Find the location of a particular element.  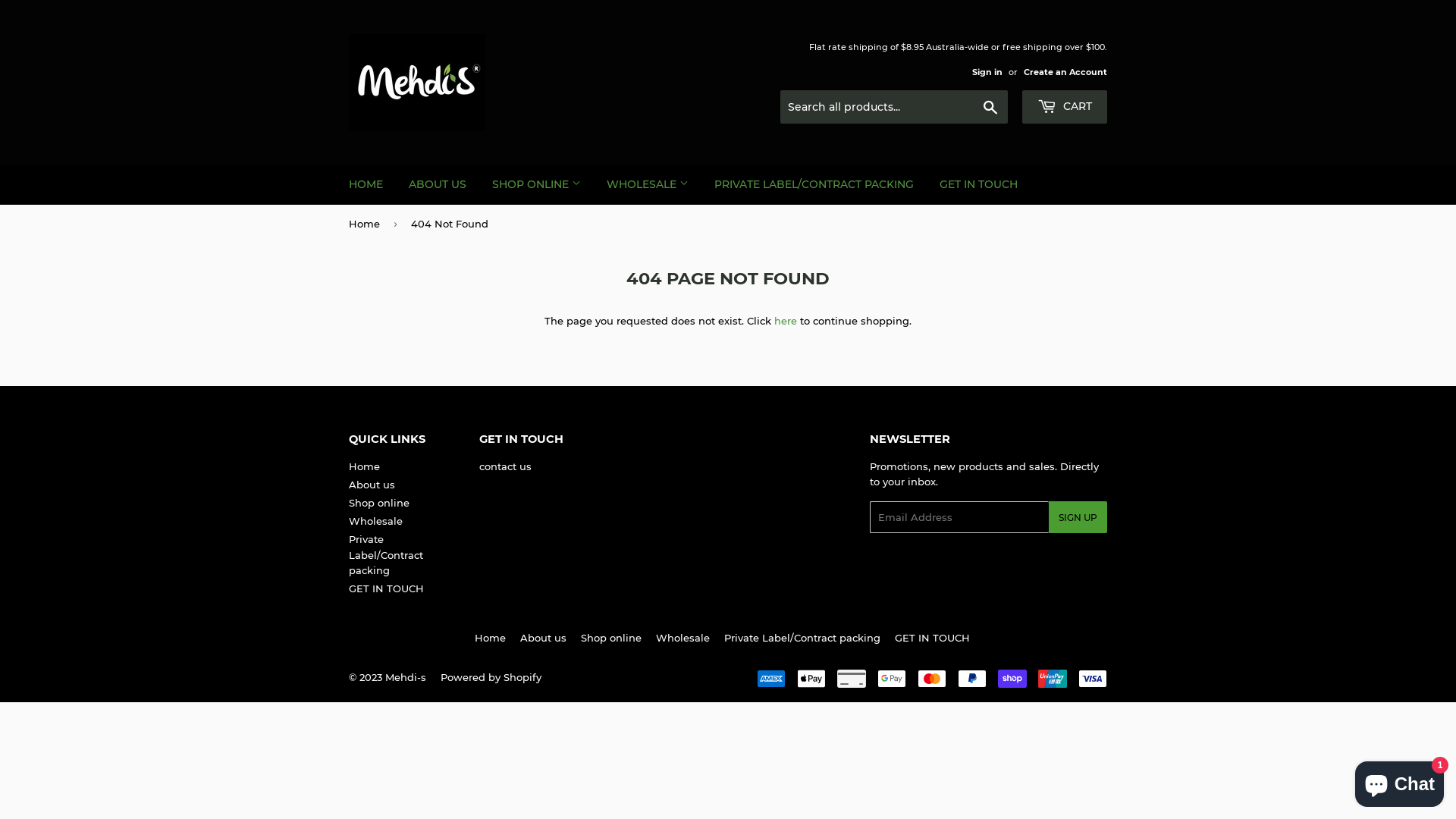

'Mehdi-s' is located at coordinates (385, 676).